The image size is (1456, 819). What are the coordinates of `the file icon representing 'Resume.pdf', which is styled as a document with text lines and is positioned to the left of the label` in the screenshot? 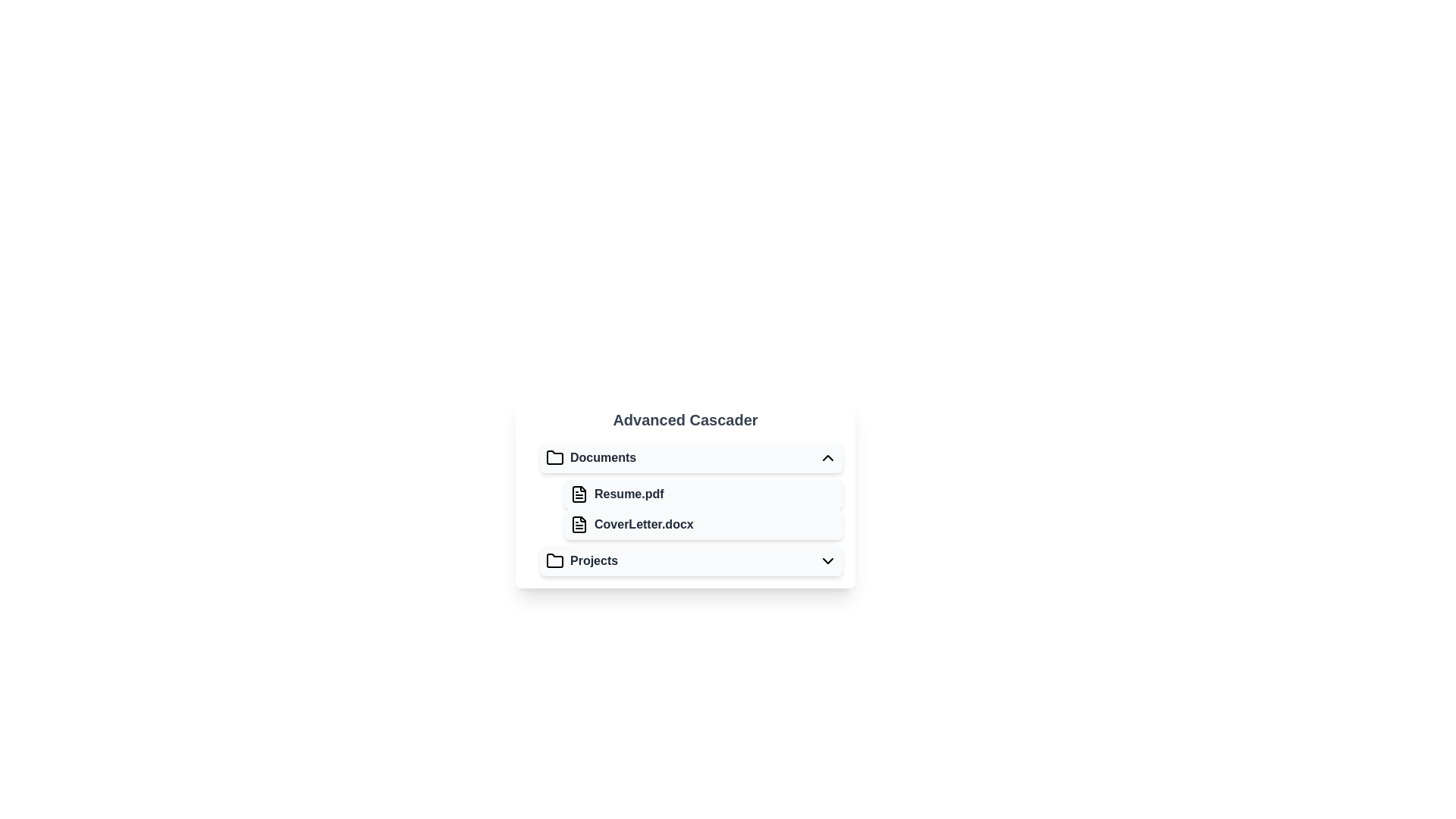 It's located at (578, 494).